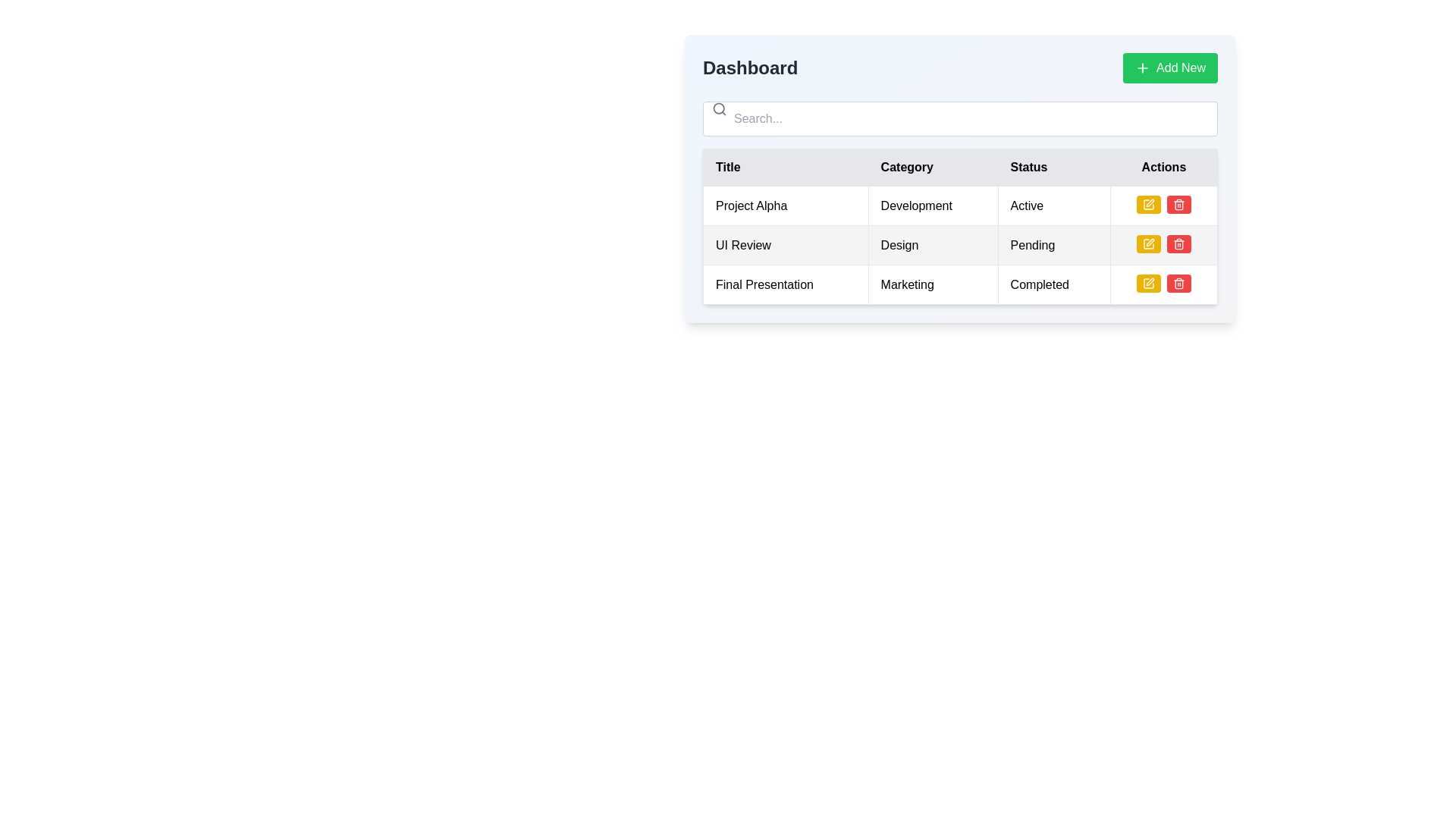 This screenshot has height=819, width=1456. What do you see at coordinates (932, 206) in the screenshot?
I see `text displayed in the static text cell located in the second column of the first row under the 'Category' header` at bounding box center [932, 206].